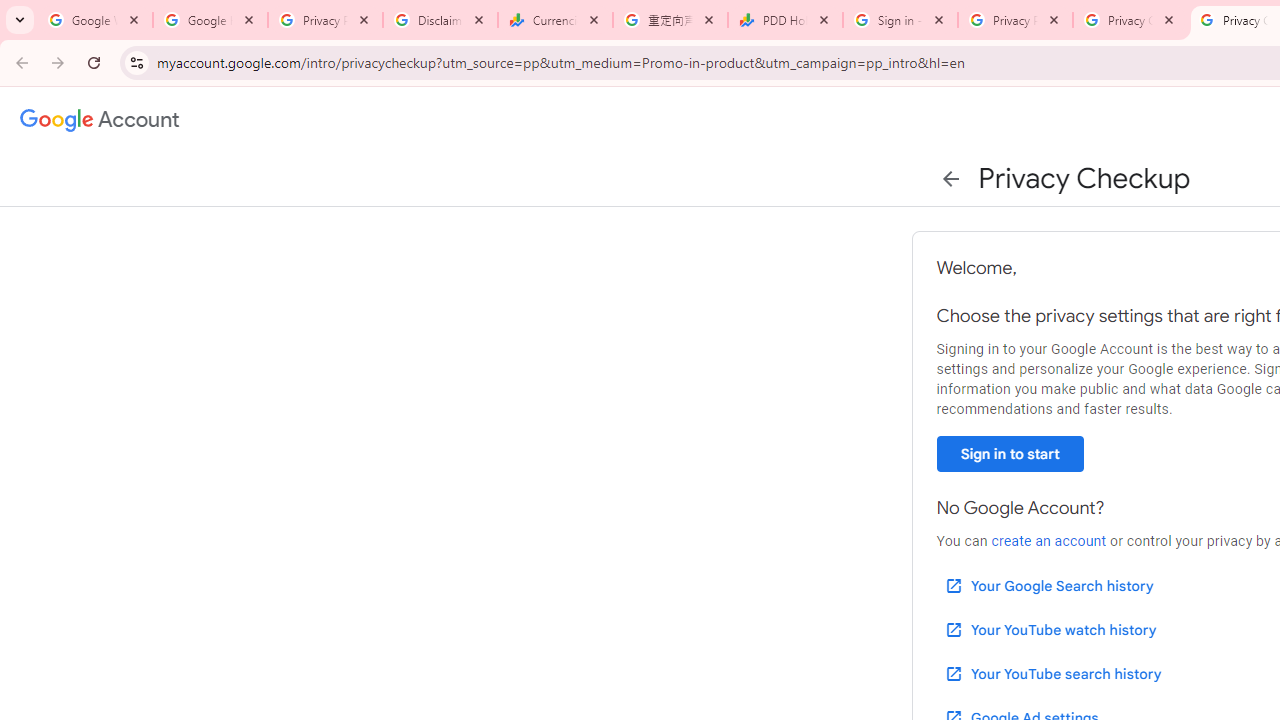 The image size is (1280, 720). Describe the element at coordinates (1009, 454) in the screenshot. I see `'Sign in to start'` at that location.